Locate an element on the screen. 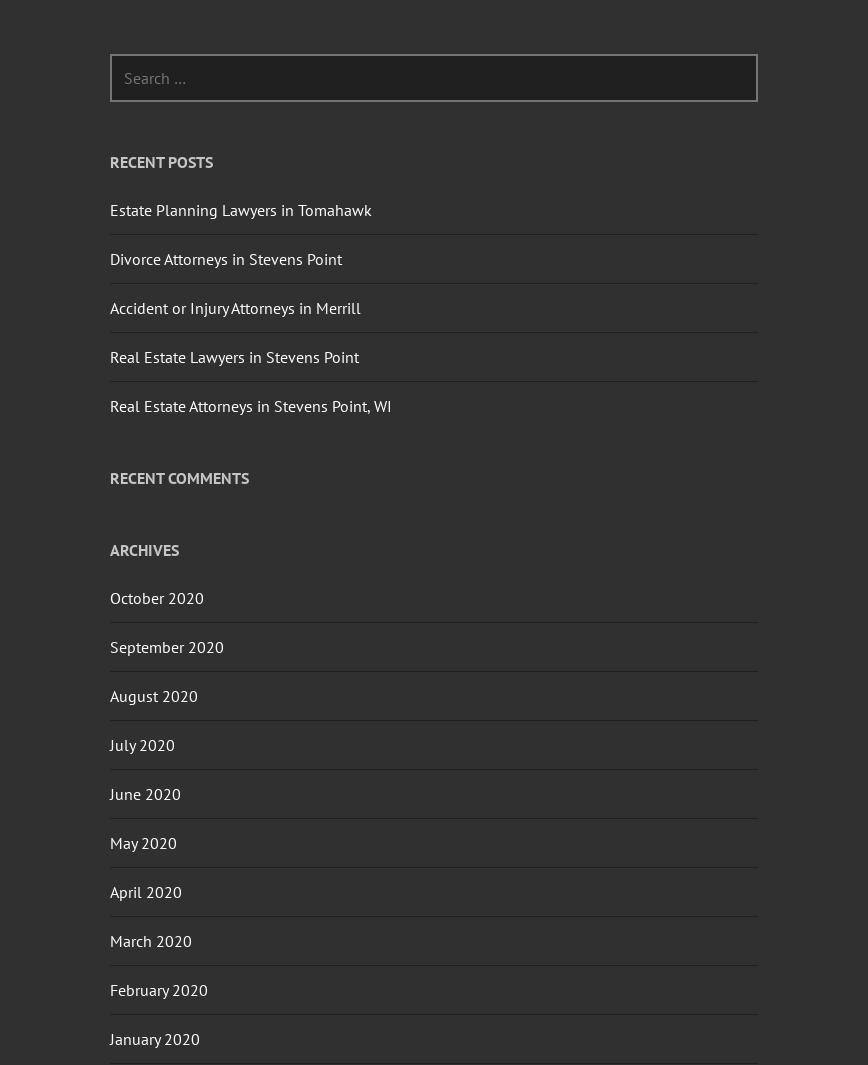 This screenshot has height=1065, width=868. 'Divorce Attorneys in Stevens Point' is located at coordinates (109, 257).